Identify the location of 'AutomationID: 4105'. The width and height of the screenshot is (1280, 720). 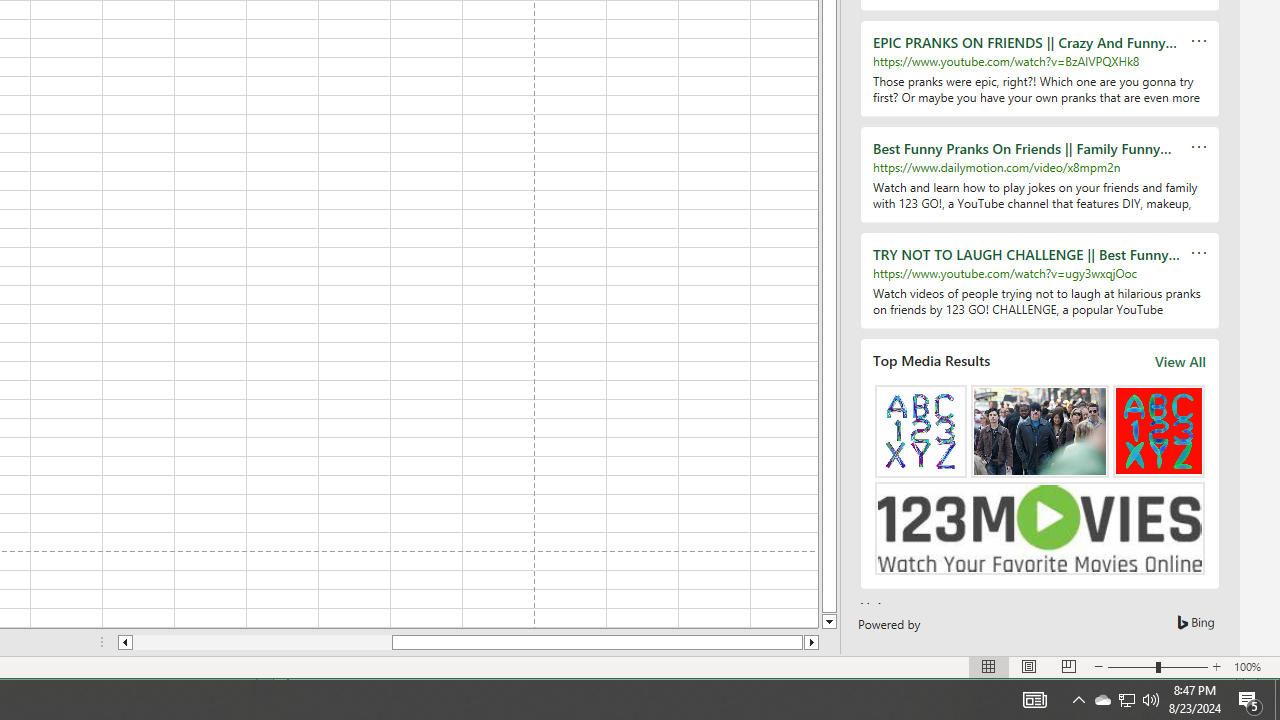
(1034, 698).